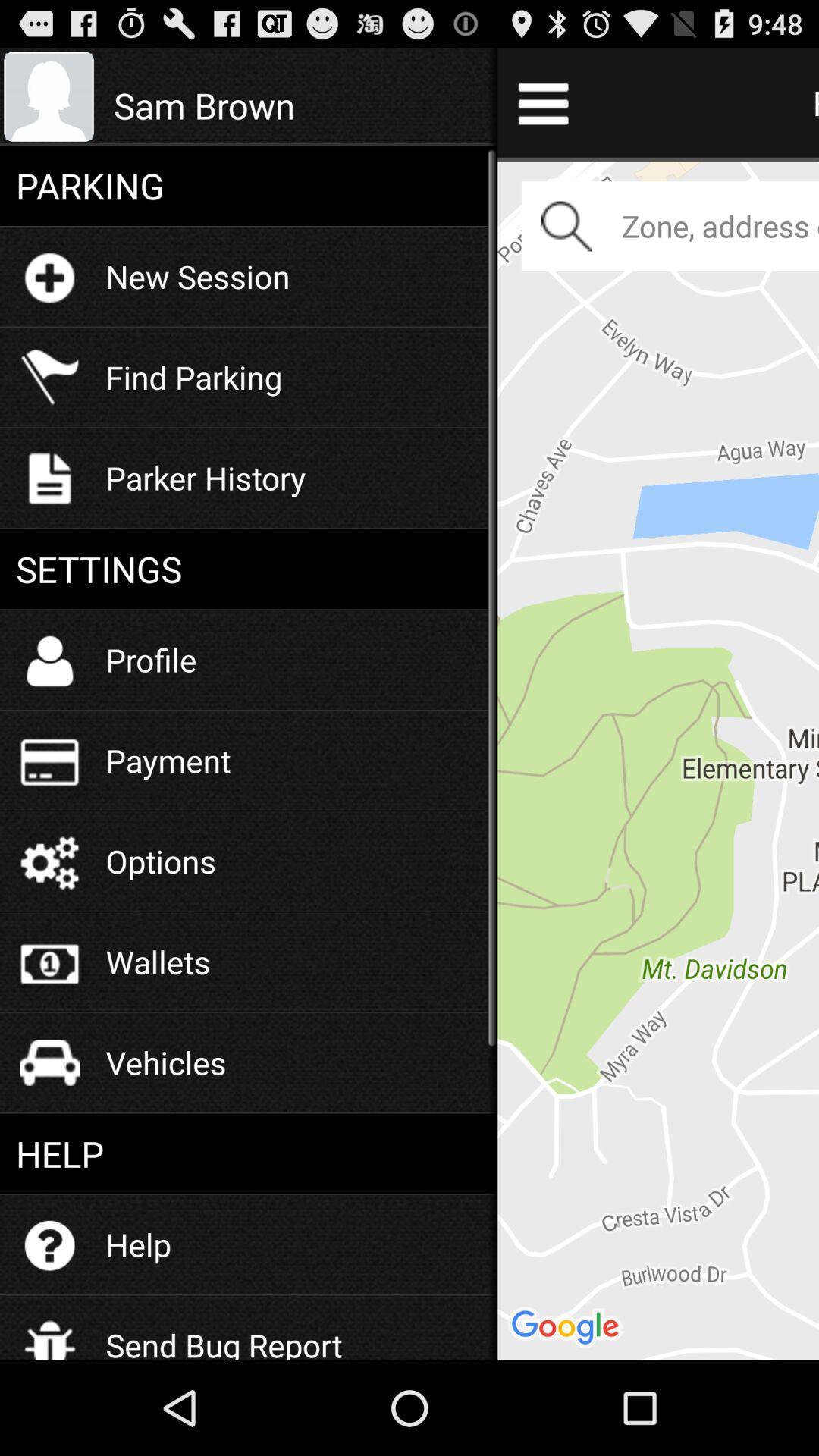 Image resolution: width=819 pixels, height=1456 pixels. Describe the element at coordinates (151, 659) in the screenshot. I see `profile icon` at that location.